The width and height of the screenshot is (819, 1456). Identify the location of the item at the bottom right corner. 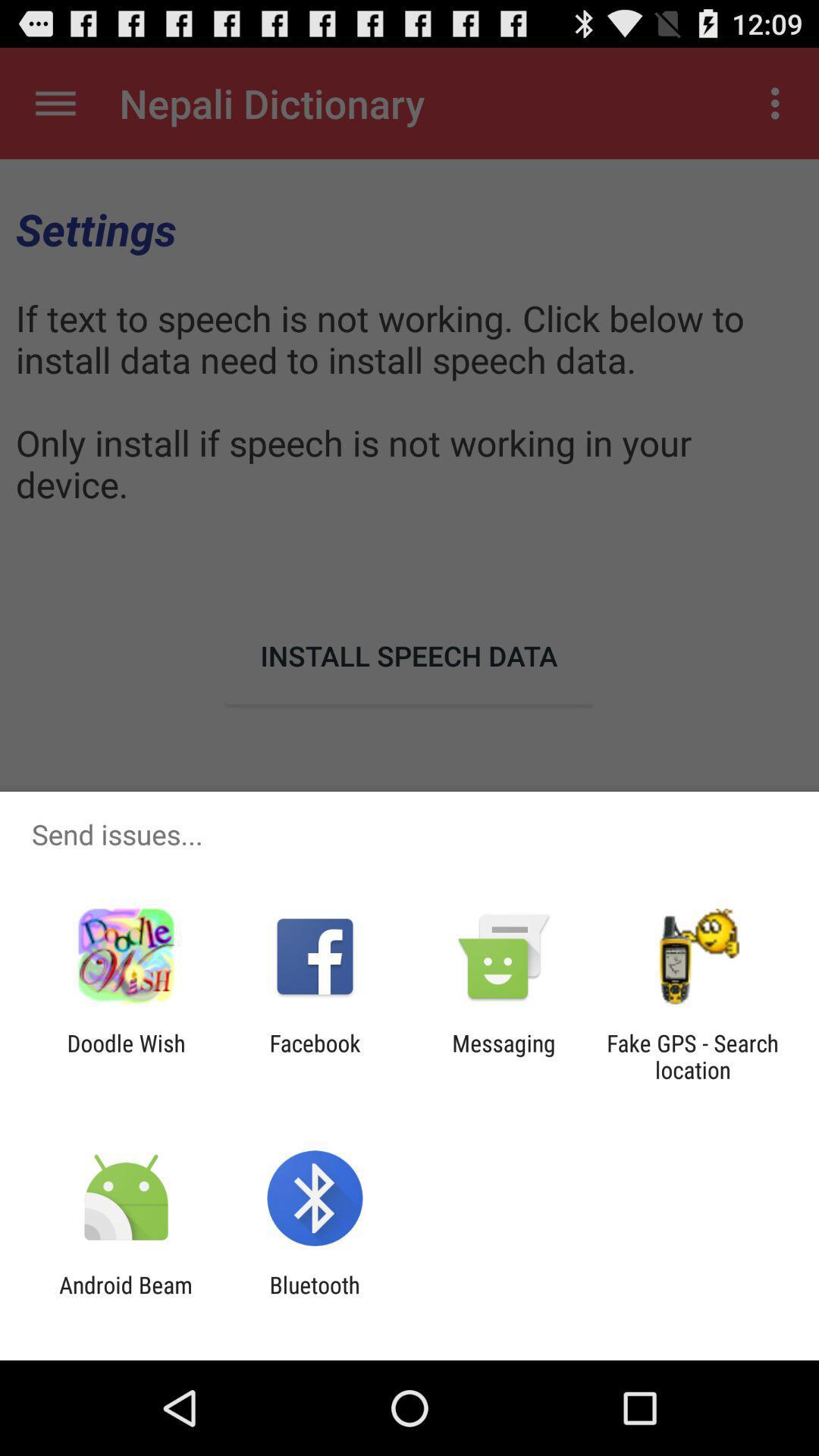
(692, 1056).